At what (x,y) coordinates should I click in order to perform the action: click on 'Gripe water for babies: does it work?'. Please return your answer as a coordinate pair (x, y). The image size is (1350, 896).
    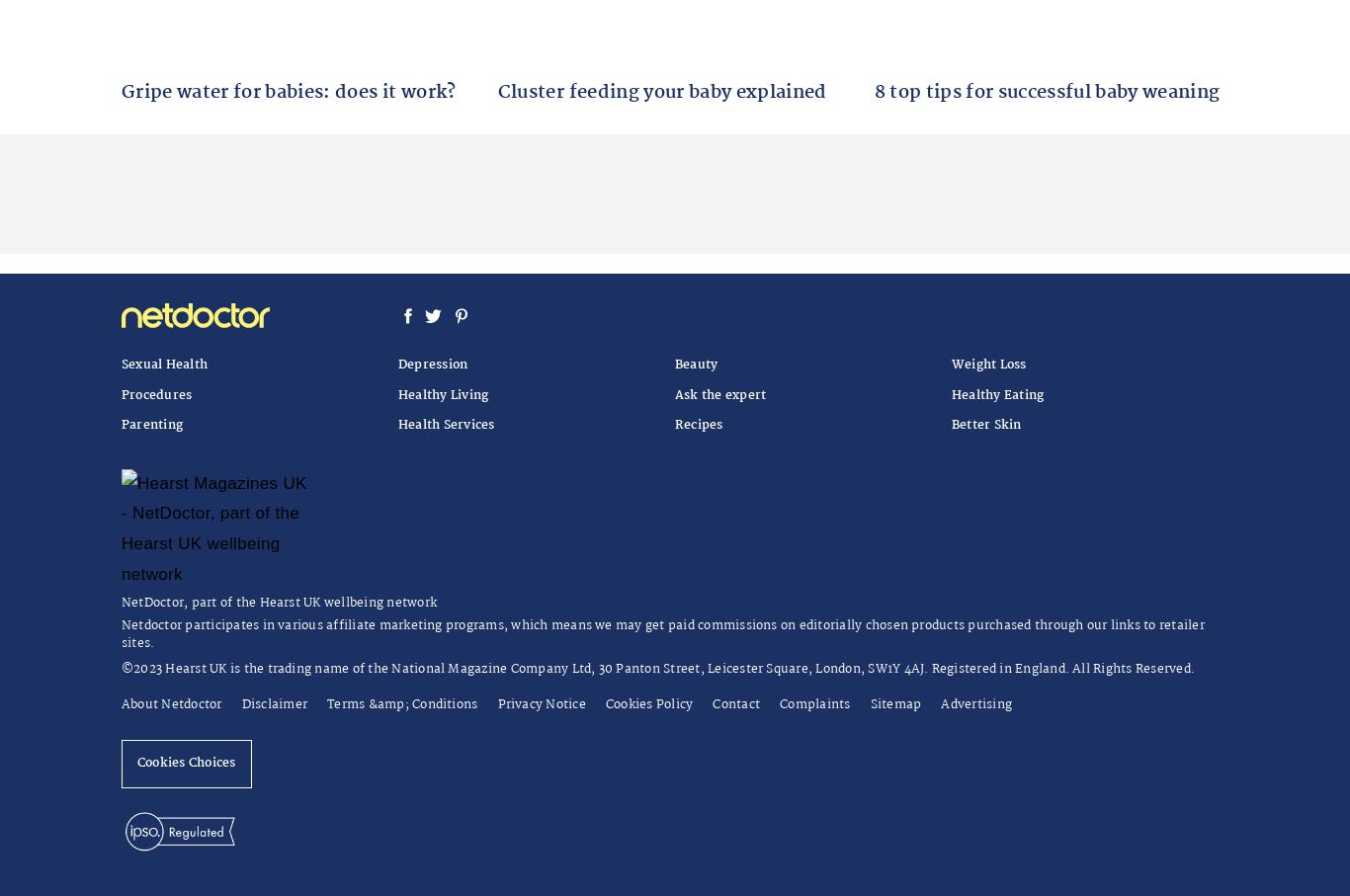
    Looking at the image, I should click on (289, 90).